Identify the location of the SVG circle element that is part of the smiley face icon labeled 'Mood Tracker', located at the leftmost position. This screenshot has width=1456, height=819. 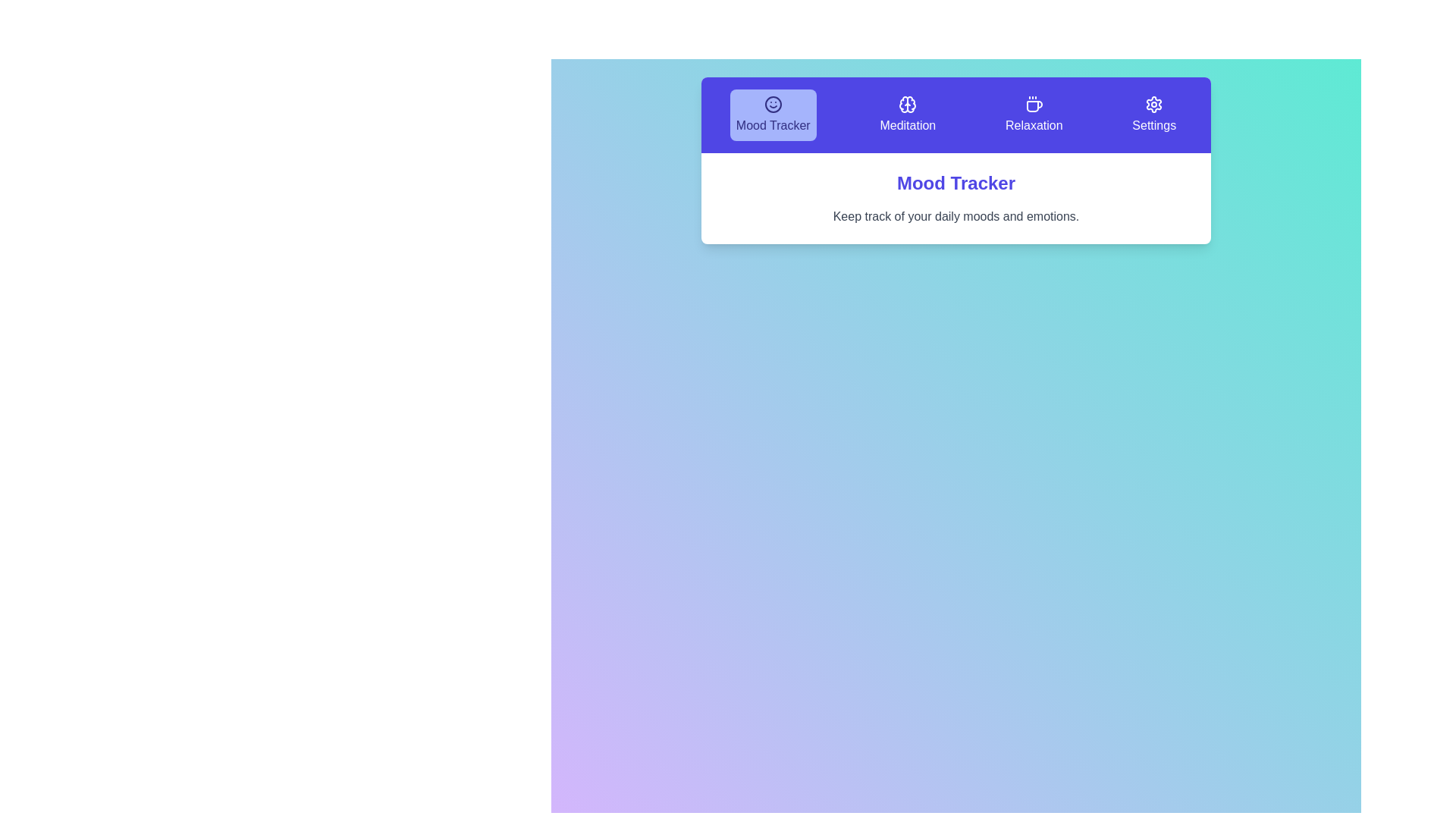
(773, 104).